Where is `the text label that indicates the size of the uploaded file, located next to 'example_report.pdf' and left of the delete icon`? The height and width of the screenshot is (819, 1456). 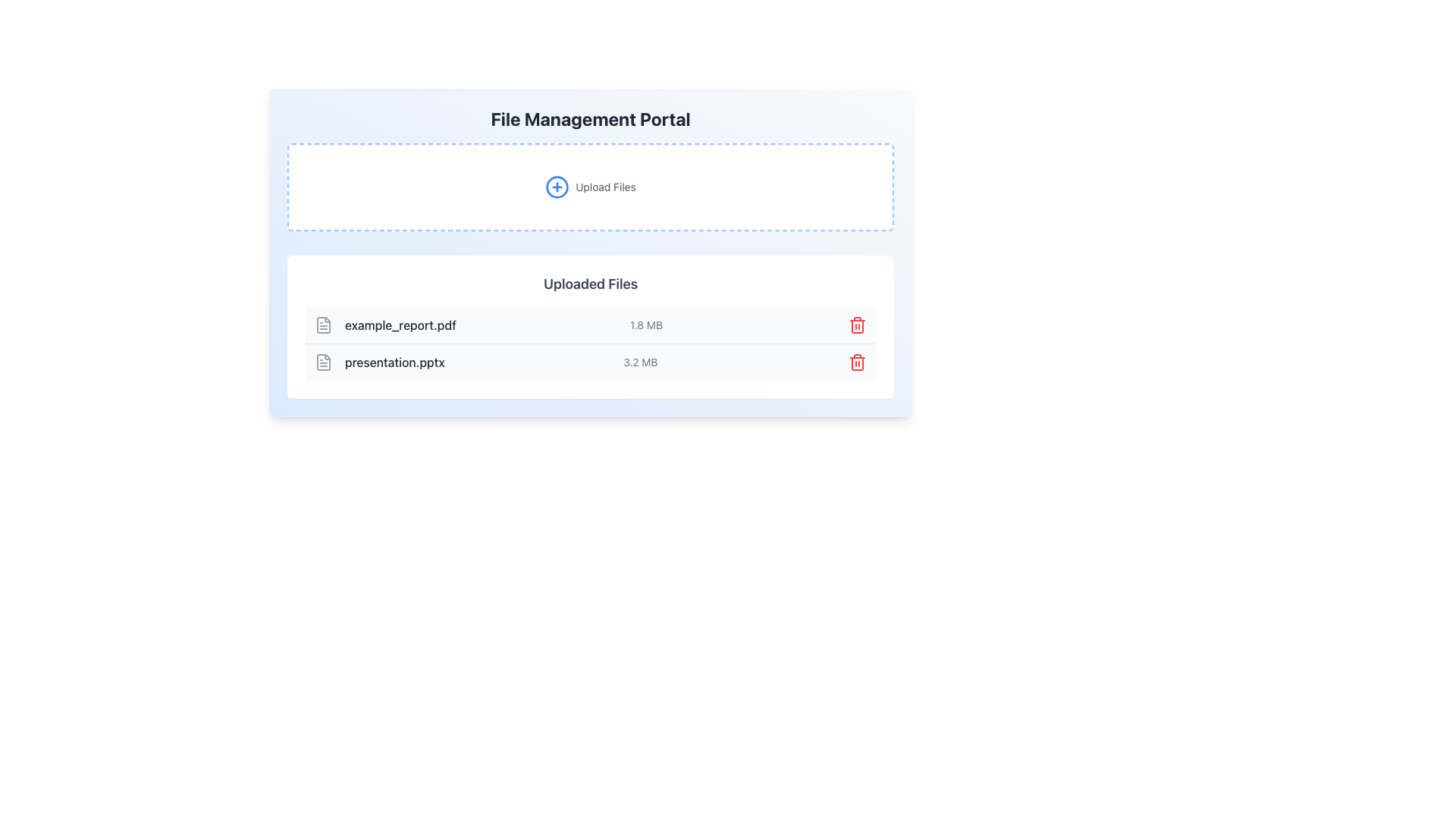 the text label that indicates the size of the uploaded file, located next to 'example_report.pdf' and left of the delete icon is located at coordinates (646, 324).